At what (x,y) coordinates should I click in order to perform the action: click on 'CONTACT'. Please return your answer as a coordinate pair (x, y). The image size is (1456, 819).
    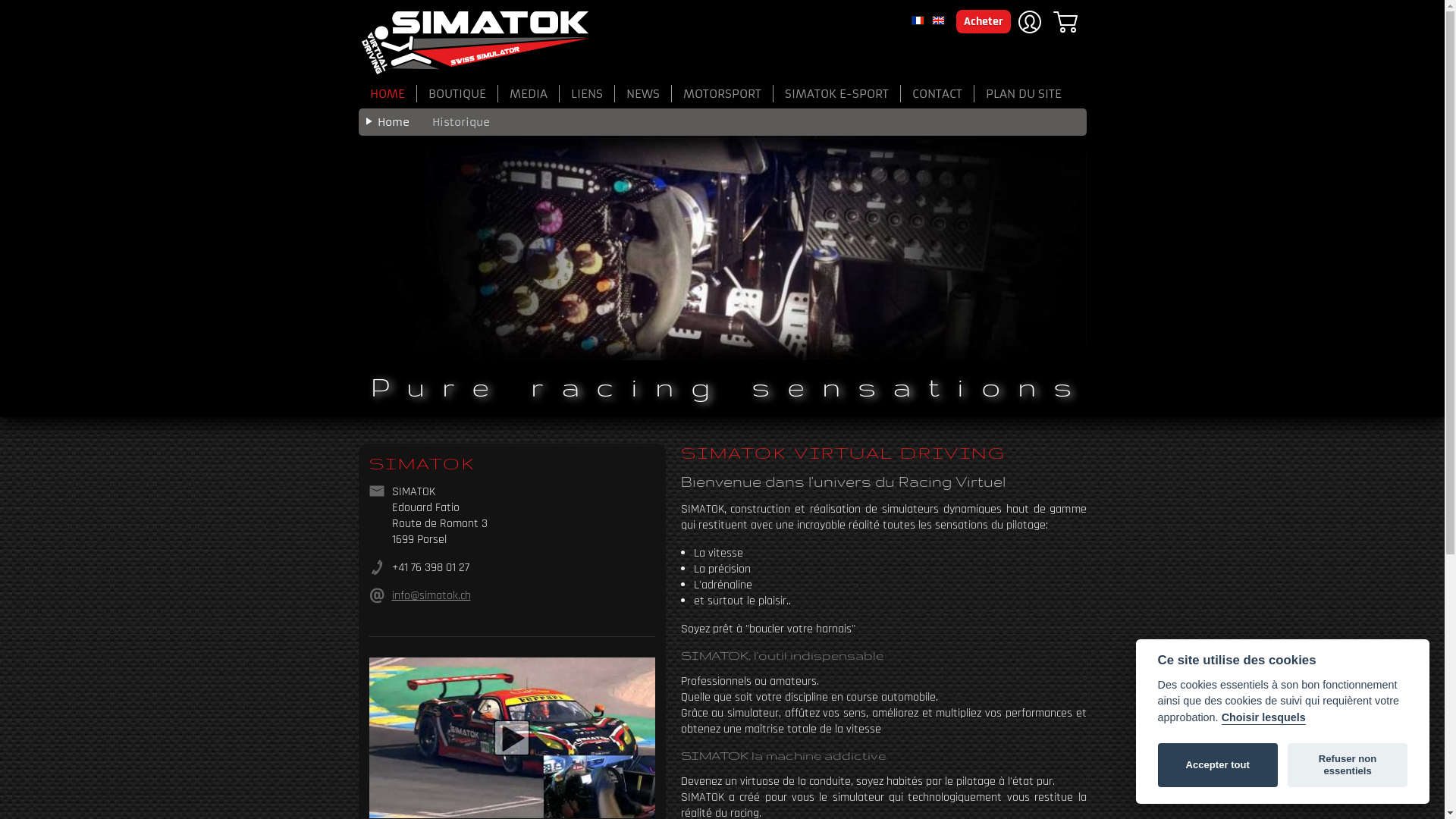
    Looking at the image, I should click on (901, 93).